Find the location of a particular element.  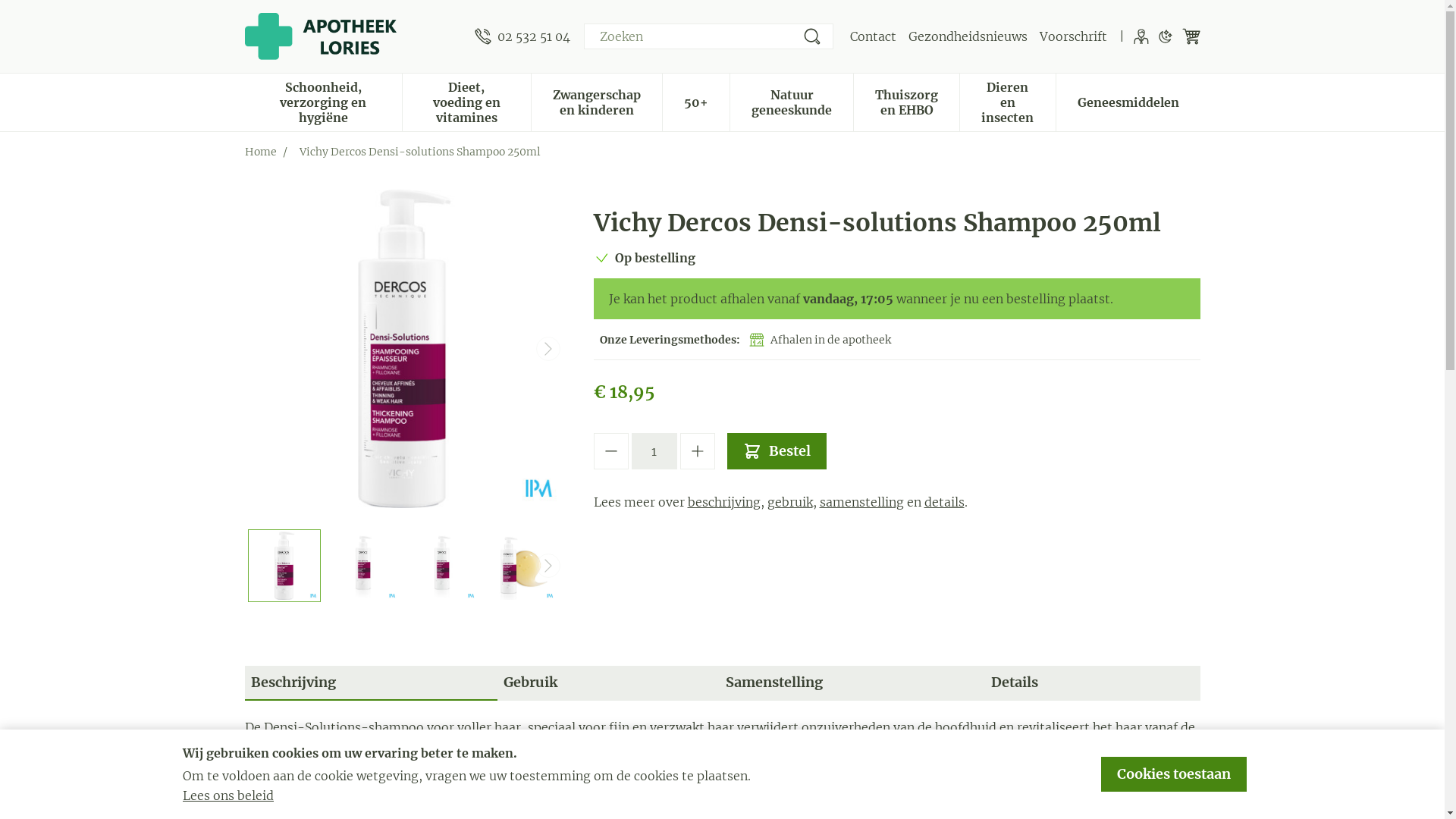

'Thuiszorg en EHBO' is located at coordinates (906, 100).